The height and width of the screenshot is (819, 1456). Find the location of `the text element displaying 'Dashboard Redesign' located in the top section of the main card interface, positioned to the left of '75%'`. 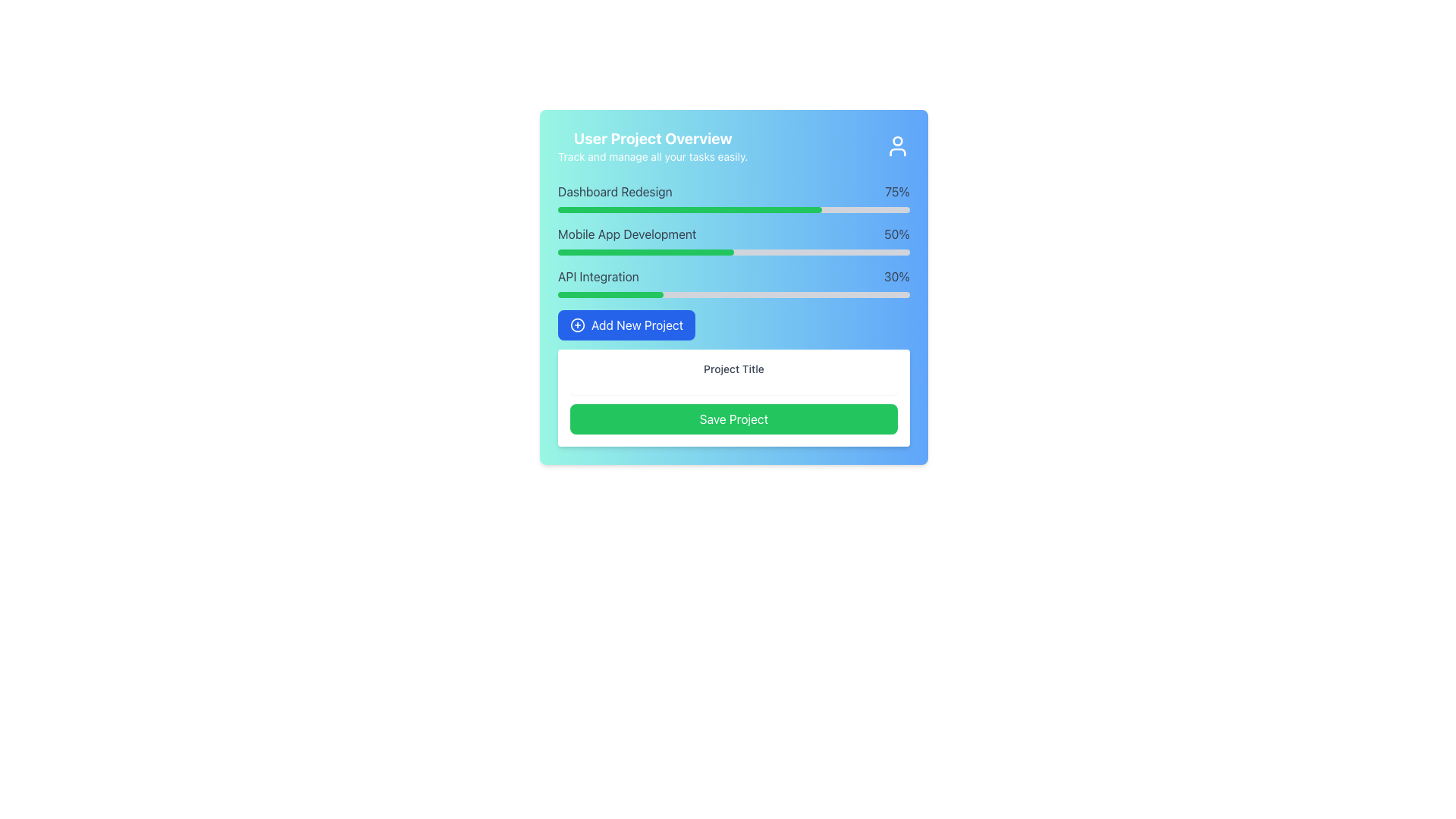

the text element displaying 'Dashboard Redesign' located in the top section of the main card interface, positioned to the left of '75%' is located at coordinates (615, 191).